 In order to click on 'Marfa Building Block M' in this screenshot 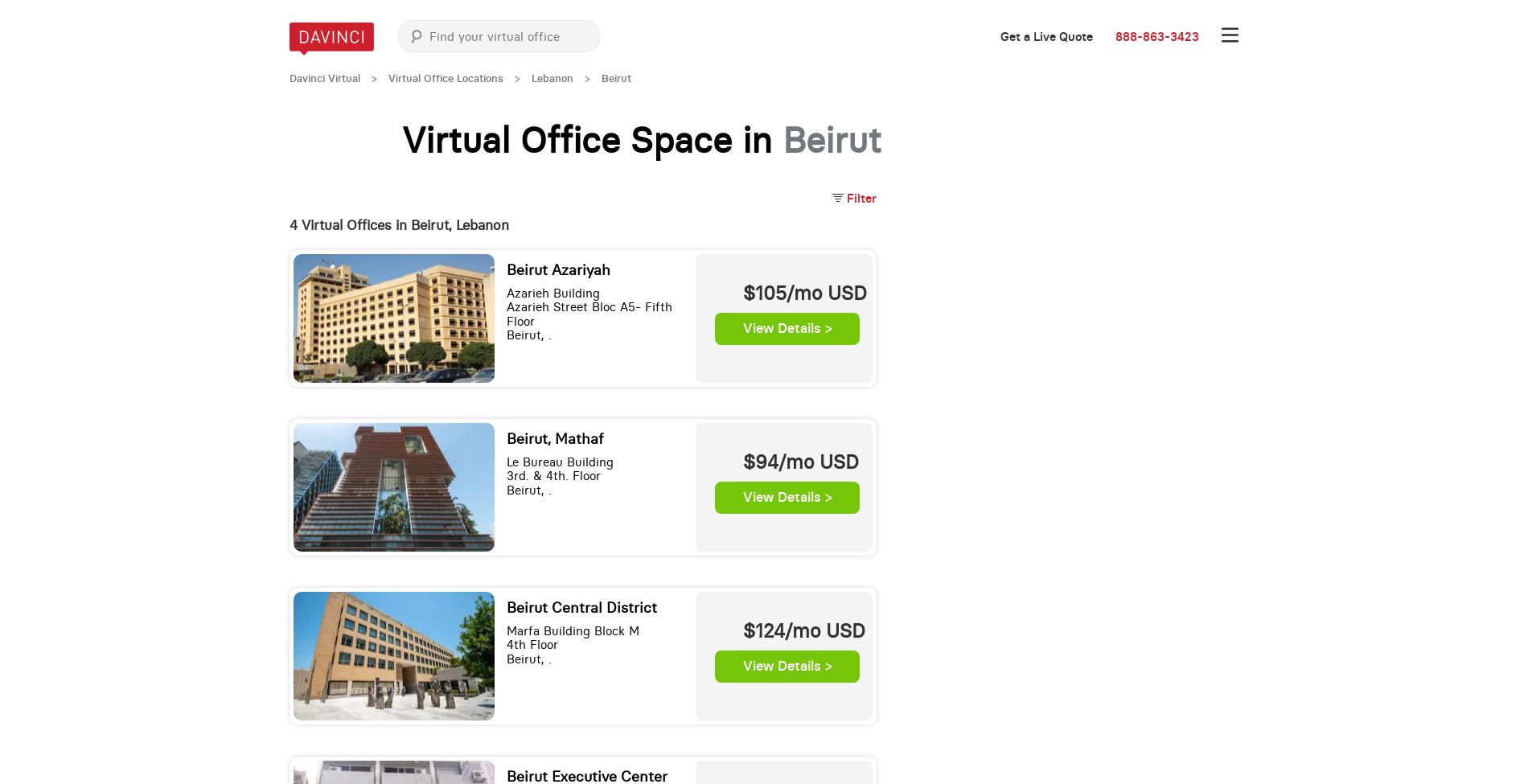, I will do `click(572, 630)`.